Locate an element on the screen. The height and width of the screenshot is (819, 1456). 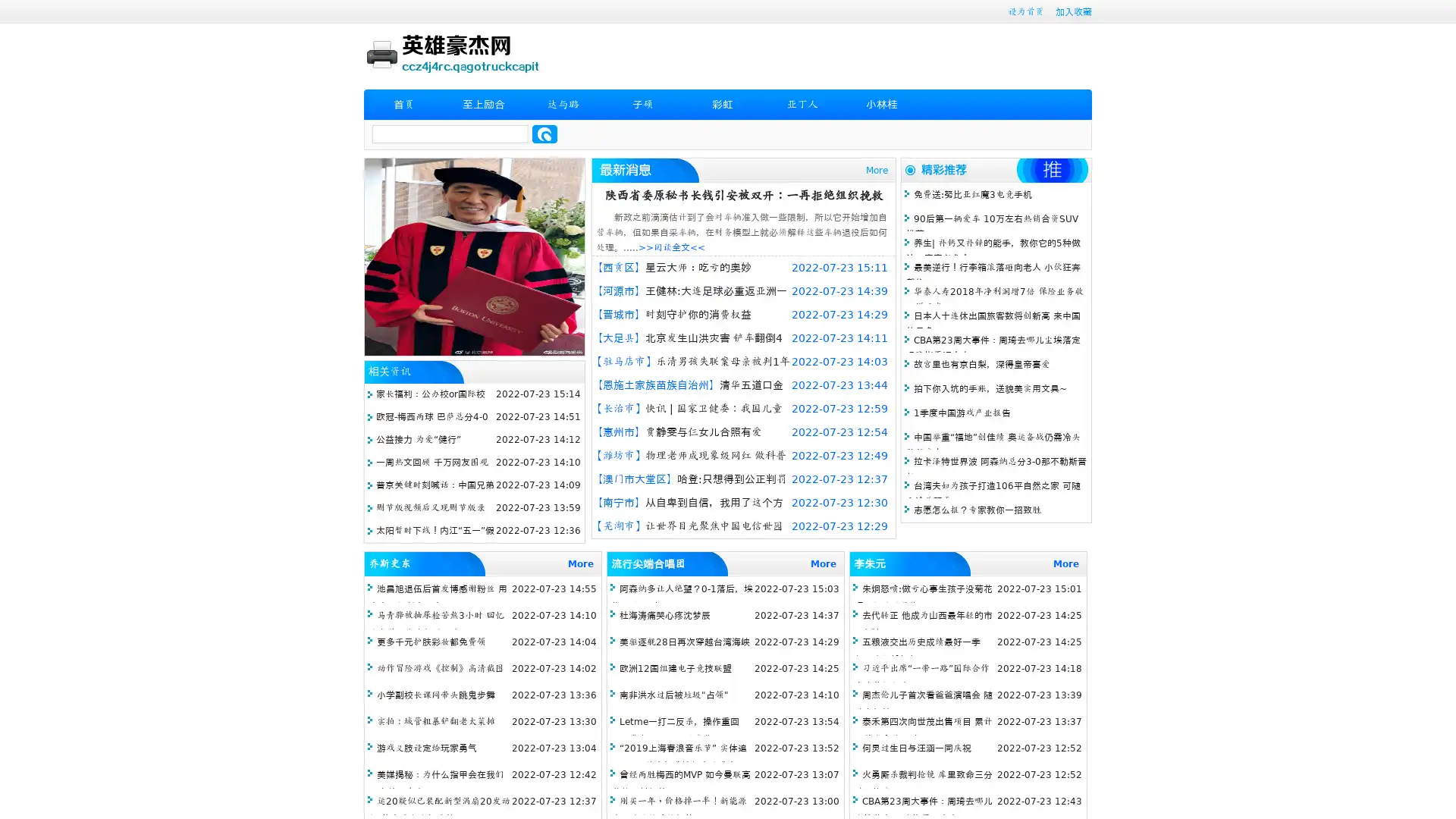
Search is located at coordinates (544, 133).